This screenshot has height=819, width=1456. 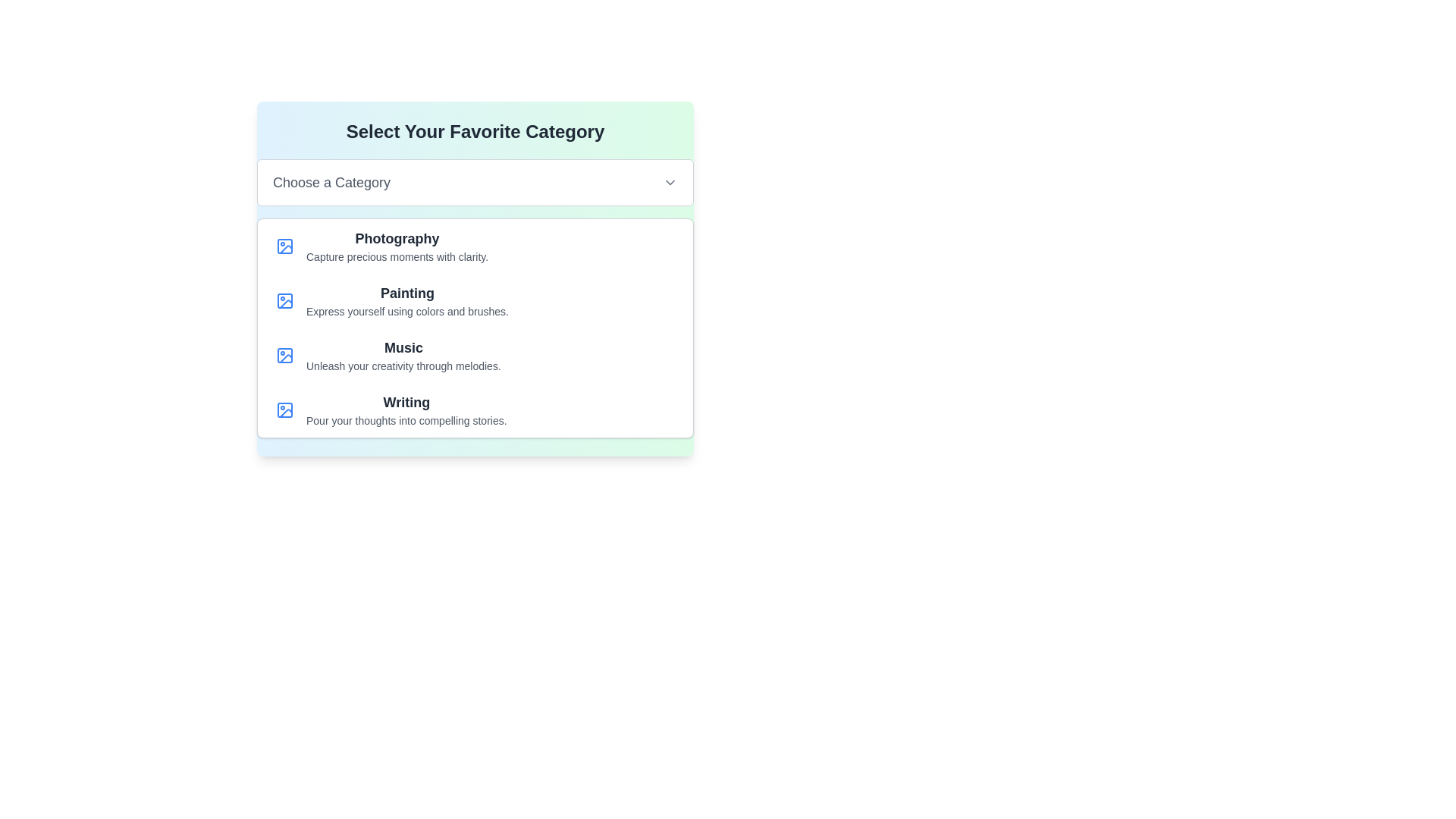 What do you see at coordinates (475, 301) in the screenshot?
I see `the list item for the 'Painting' category, which features a blue outline icon and two lines of text, with the first line boldly stating 'Painting'` at bounding box center [475, 301].